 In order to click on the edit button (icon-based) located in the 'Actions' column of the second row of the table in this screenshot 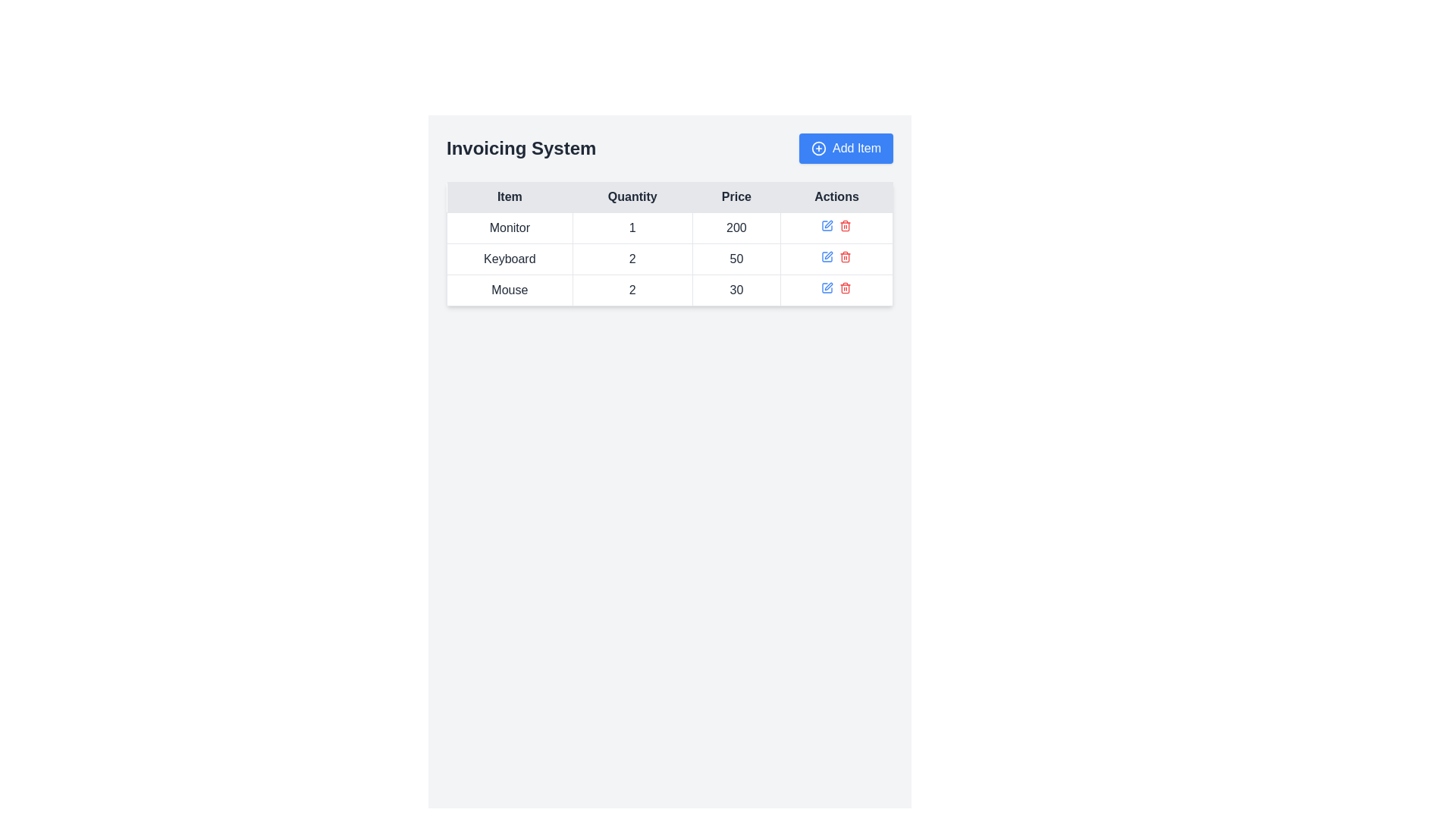, I will do `click(827, 256)`.